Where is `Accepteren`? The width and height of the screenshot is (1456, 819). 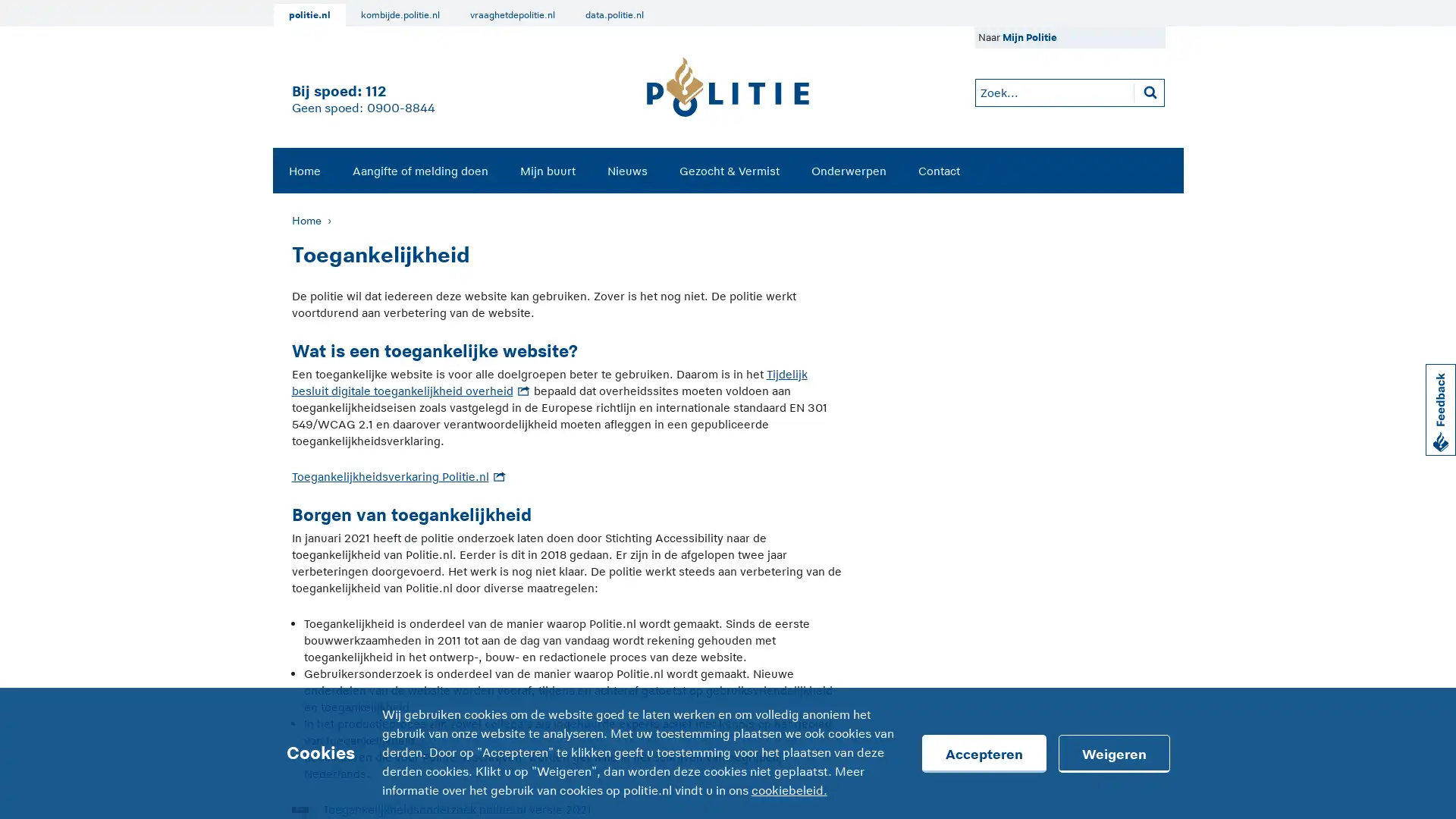 Accepteren is located at coordinates (983, 752).